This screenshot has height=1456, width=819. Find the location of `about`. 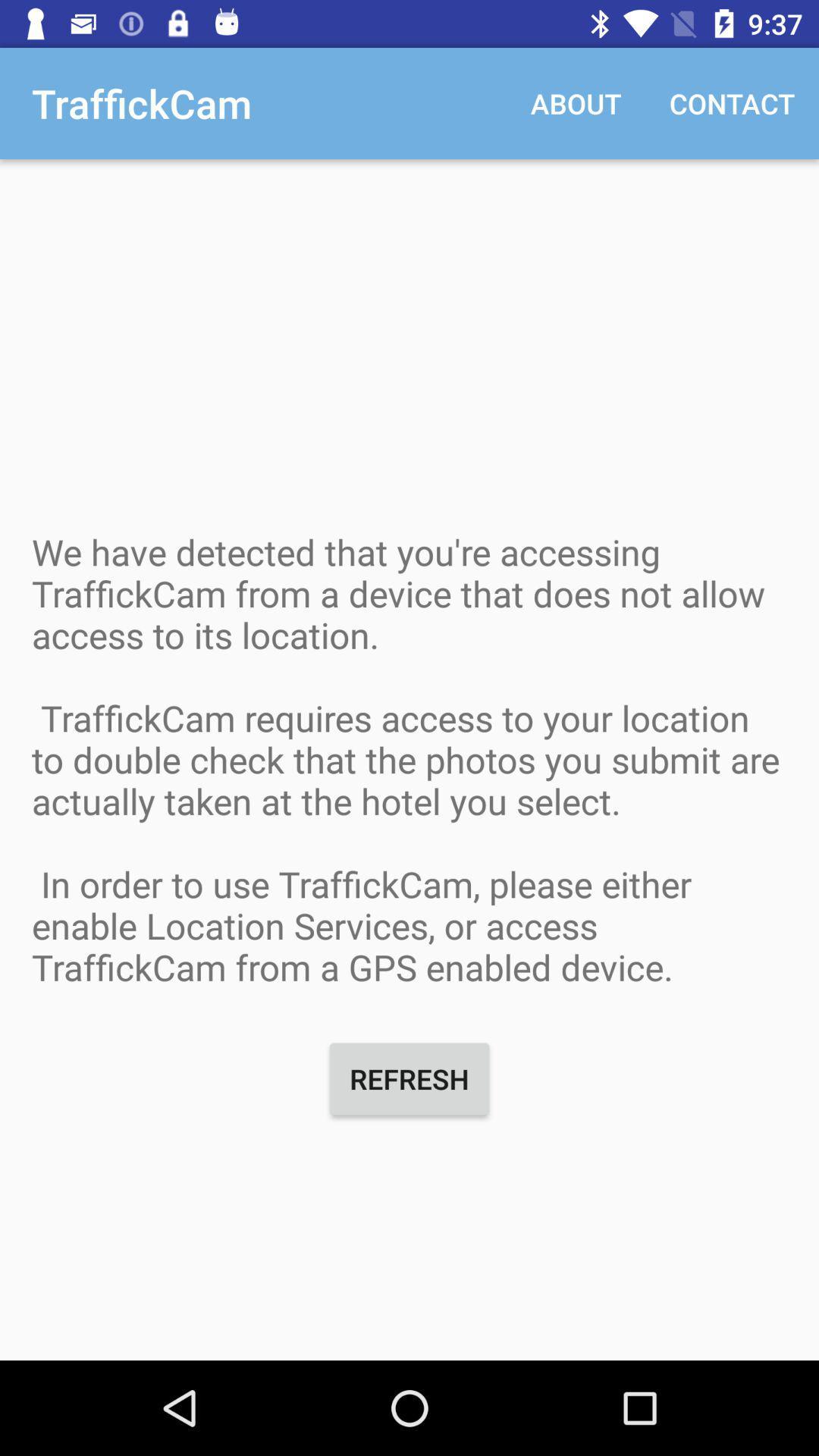

about is located at coordinates (576, 102).